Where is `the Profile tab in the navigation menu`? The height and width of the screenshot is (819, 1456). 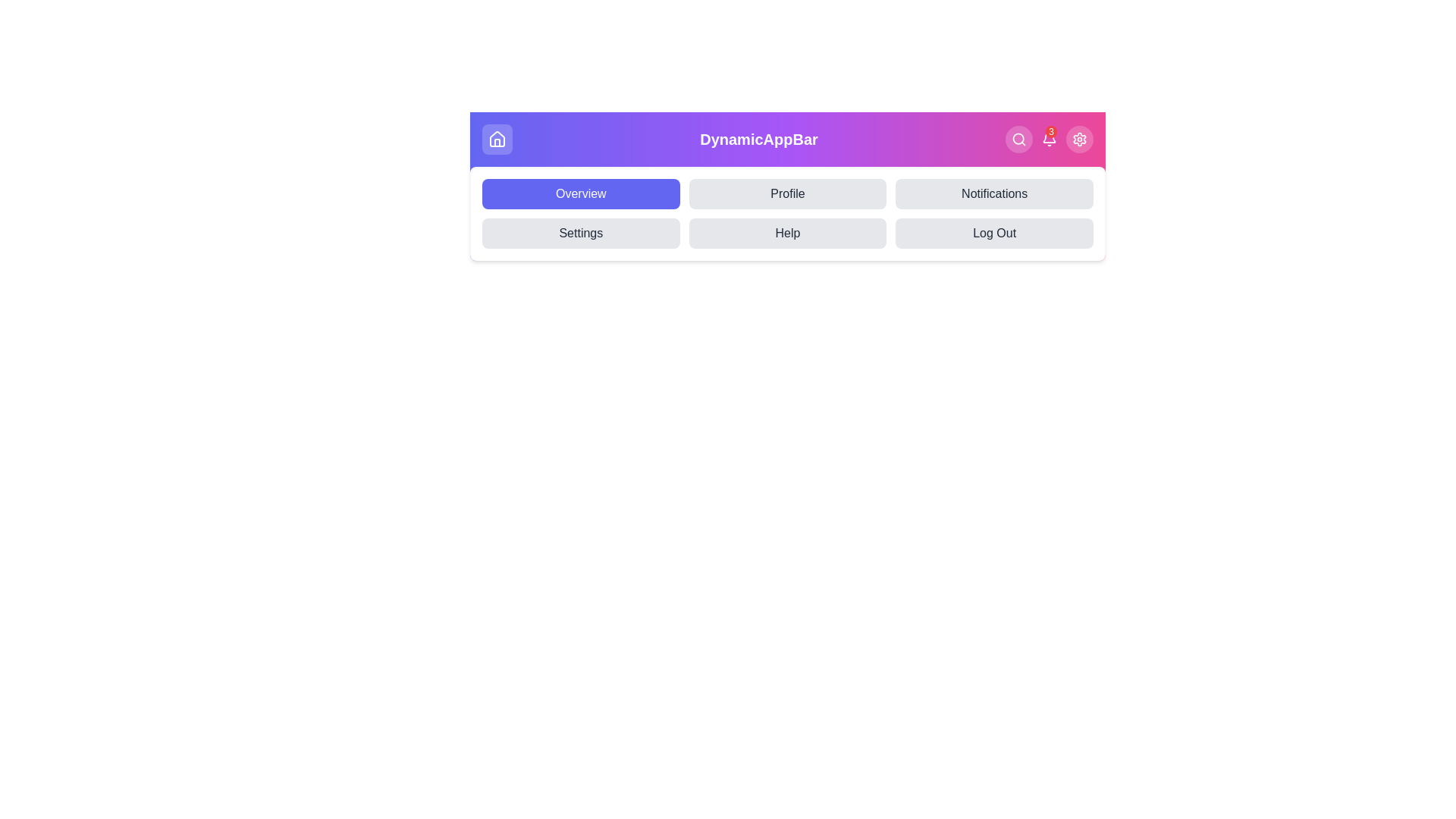
the Profile tab in the navigation menu is located at coordinates (787, 193).